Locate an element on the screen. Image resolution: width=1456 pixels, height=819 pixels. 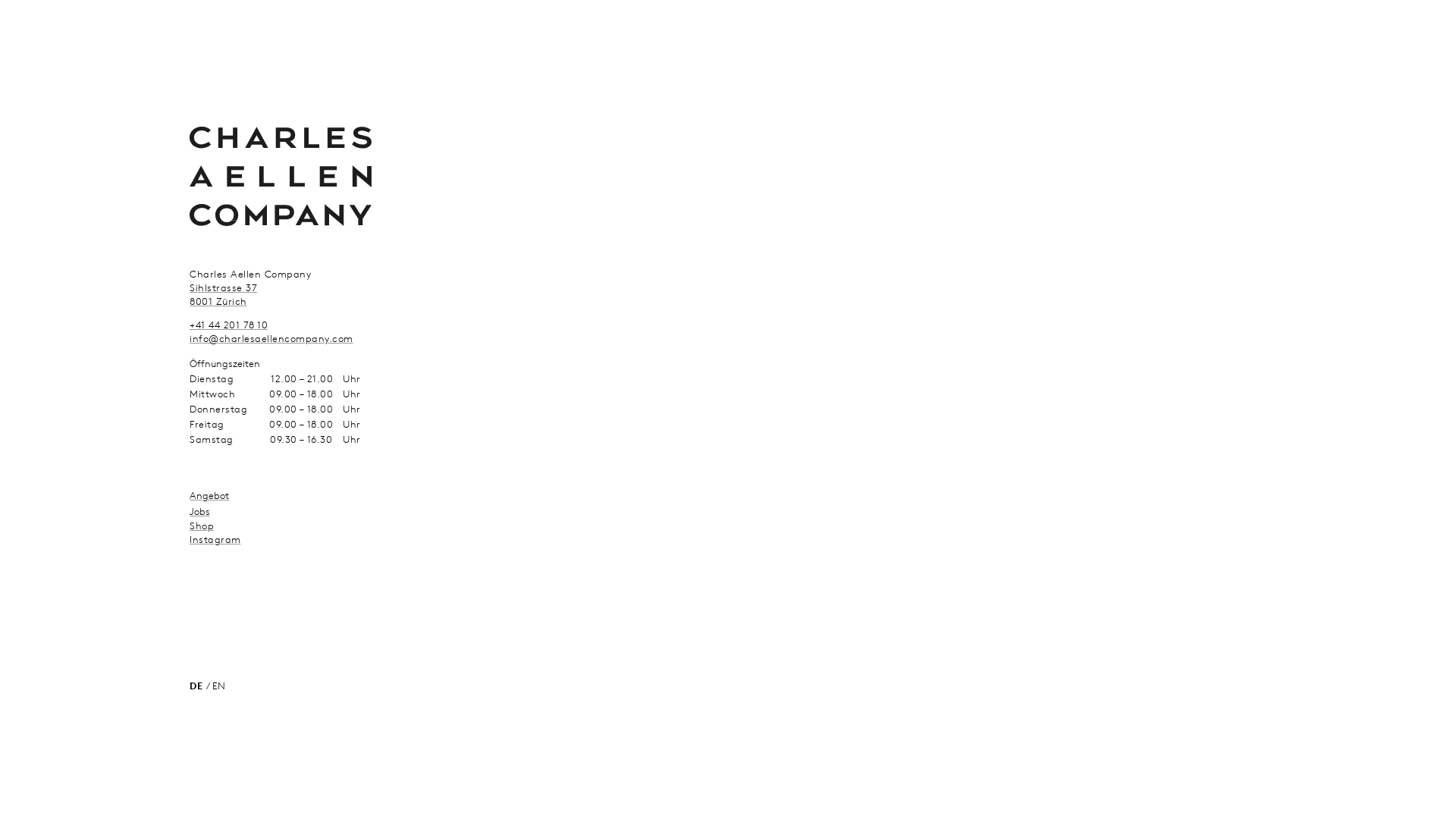
'EN' is located at coordinates (211, 685).